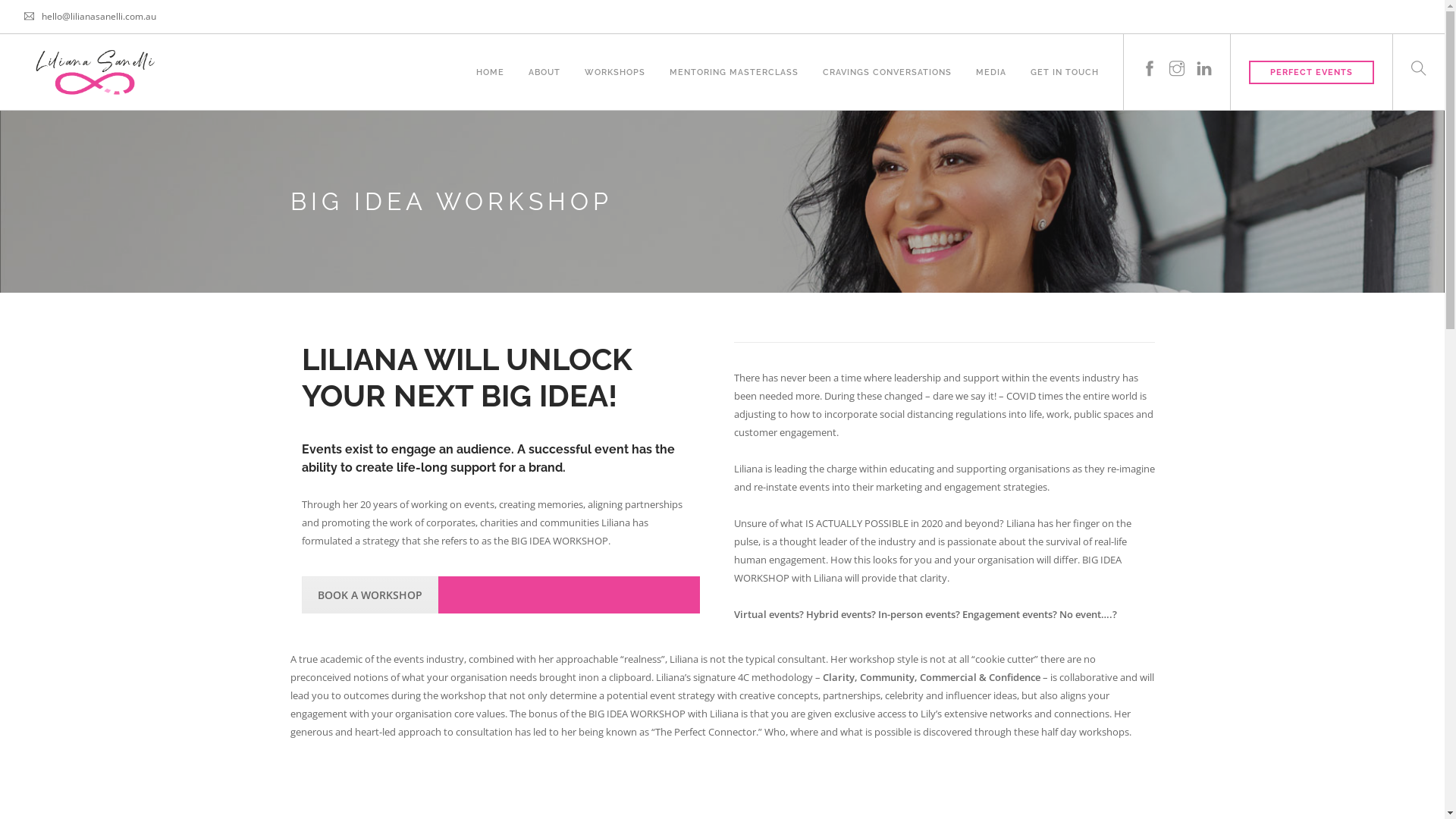 The height and width of the screenshot is (819, 1456). What do you see at coordinates (887, 55) in the screenshot?
I see `'CRAVINGS CONVERSATIONS'` at bounding box center [887, 55].